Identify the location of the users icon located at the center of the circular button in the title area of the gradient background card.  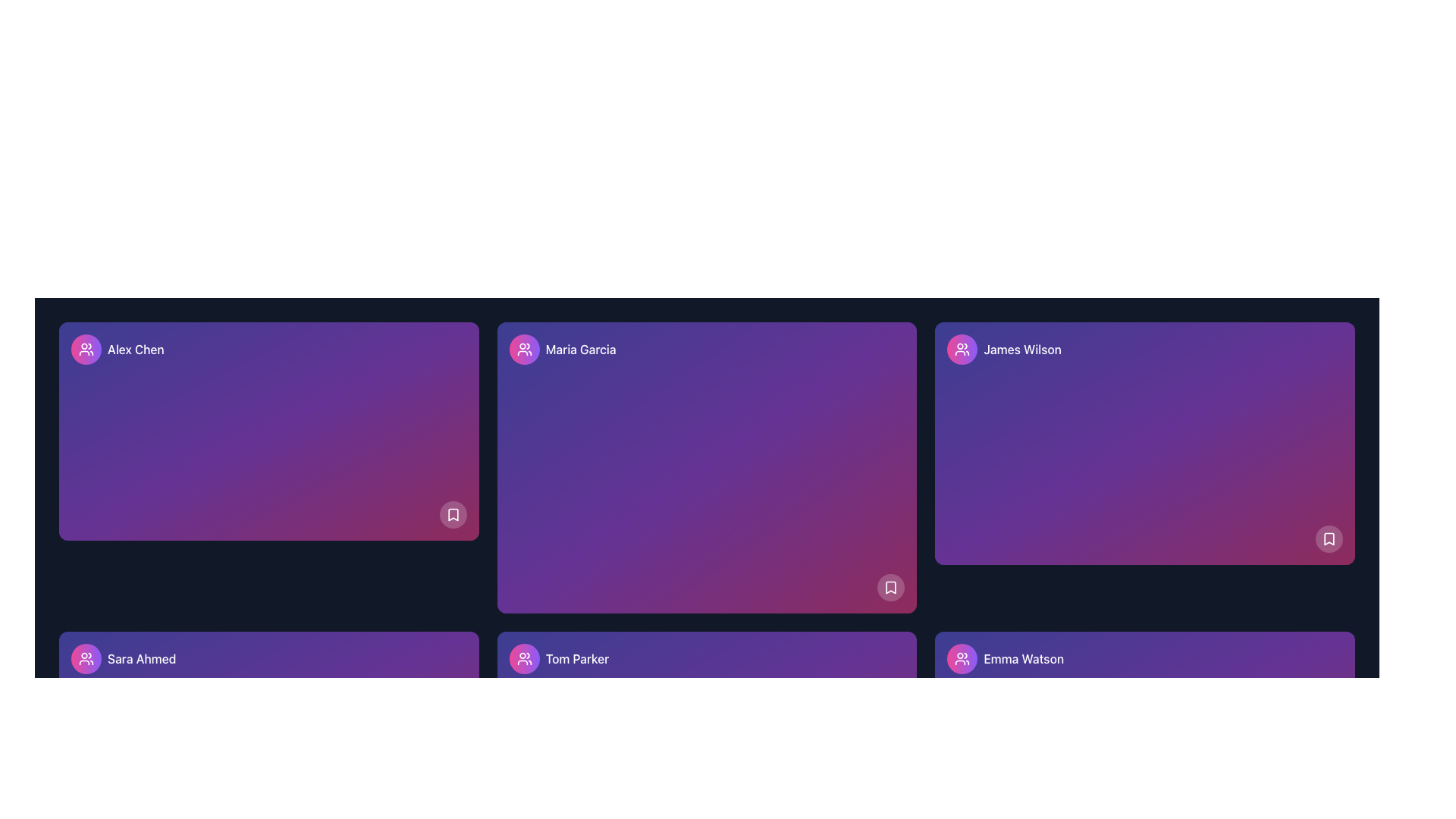
(524, 350).